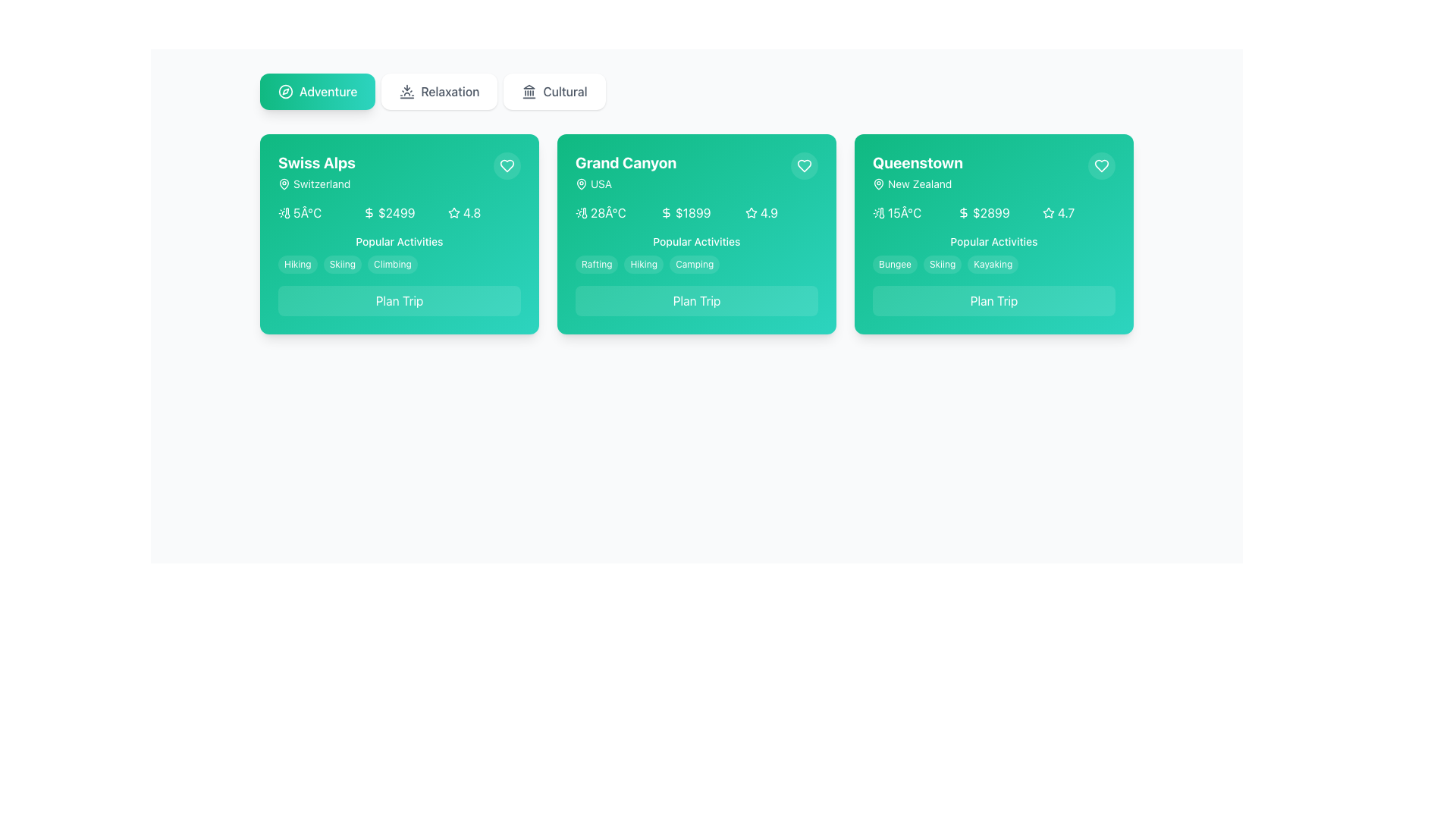 This screenshot has width=1456, height=819. What do you see at coordinates (397, 213) in the screenshot?
I see `price value displayed in the text label associated with the 'Swiss Alps' travel offer, positioned above the star rating and aligned with the dollar sign icon` at bounding box center [397, 213].